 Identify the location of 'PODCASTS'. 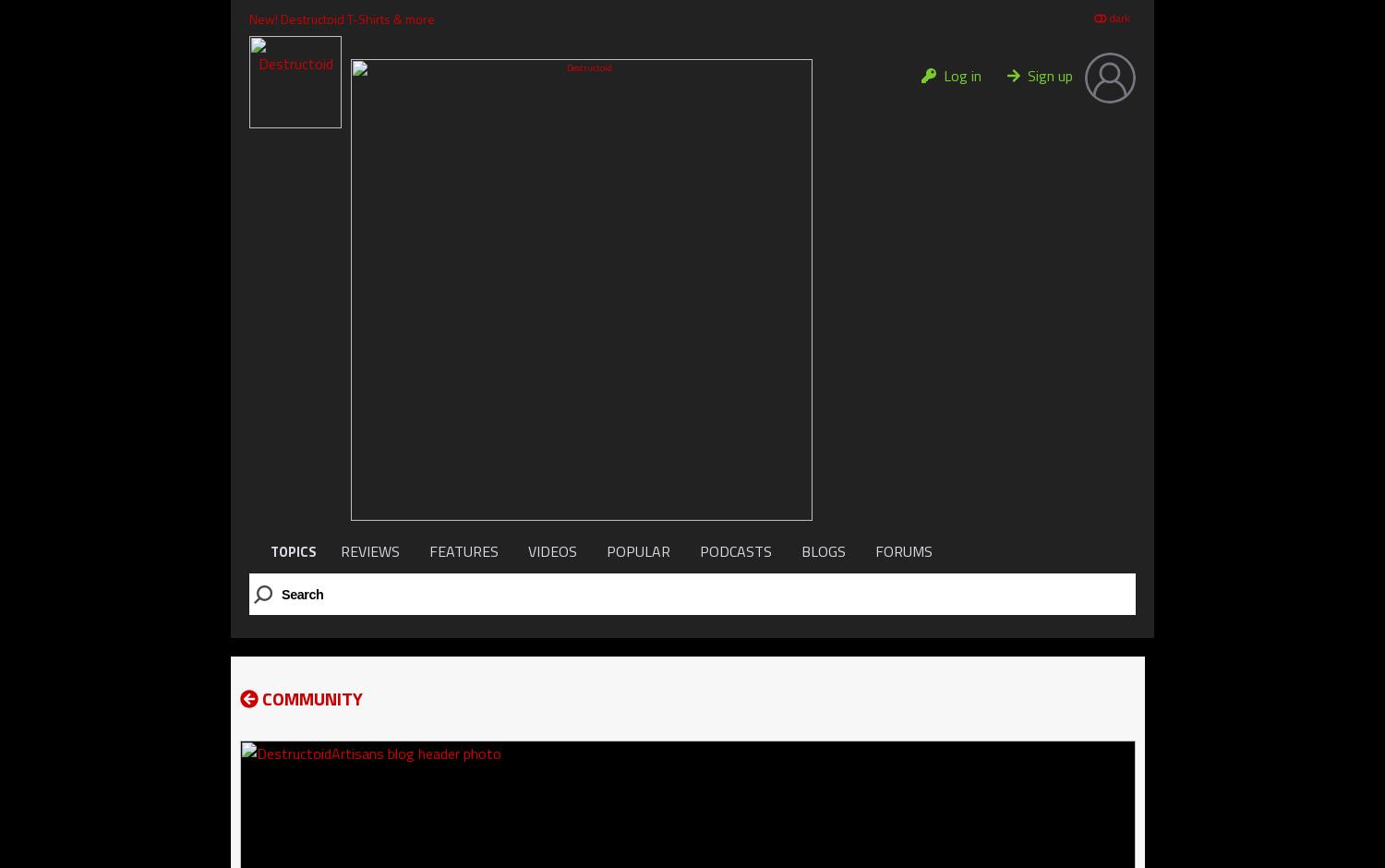
(735, 549).